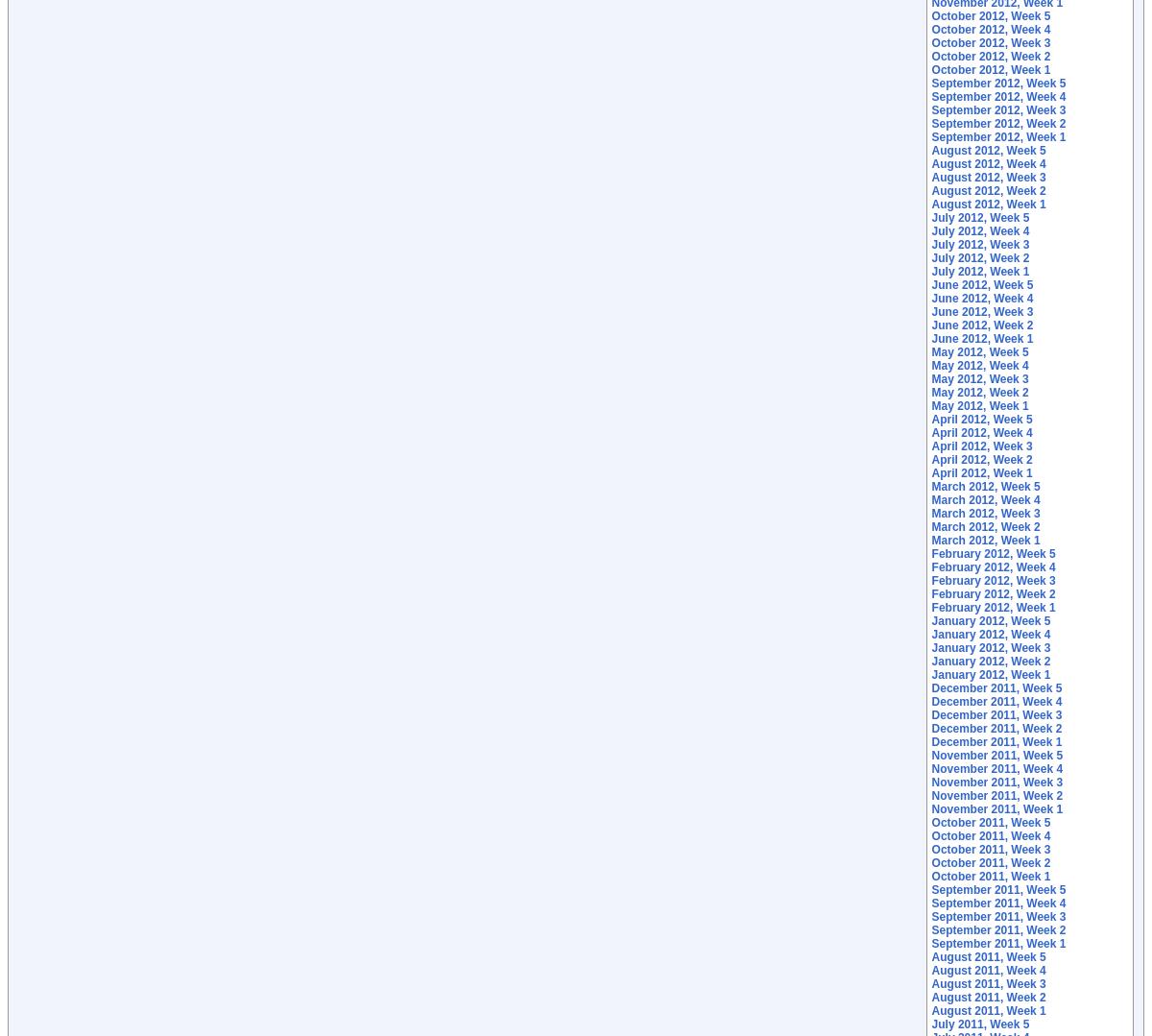  I want to click on 'October 2011, Week 3', so click(991, 848).